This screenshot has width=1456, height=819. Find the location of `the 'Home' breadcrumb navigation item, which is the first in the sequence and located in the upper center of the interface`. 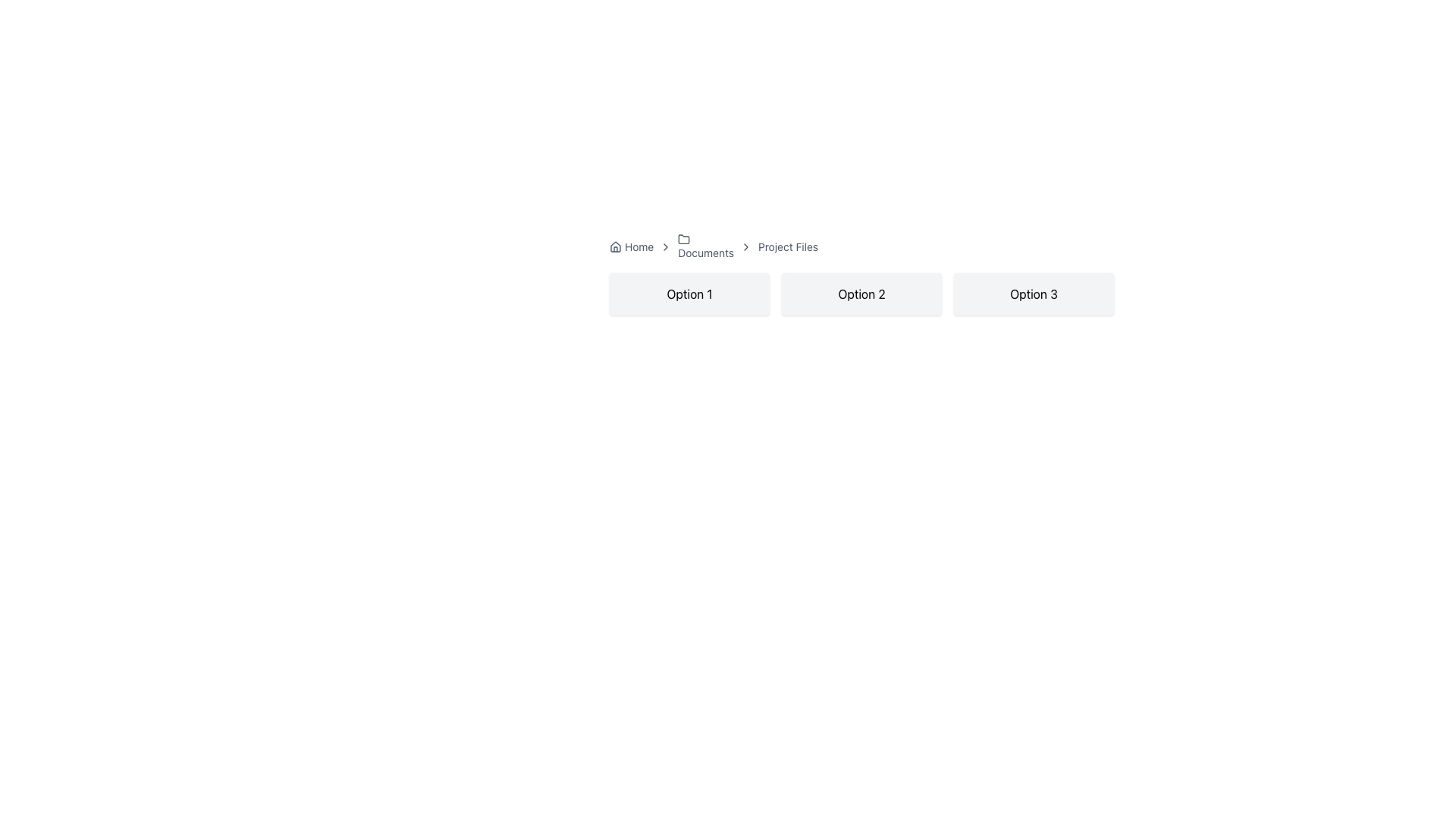

the 'Home' breadcrumb navigation item, which is the first in the sequence and located in the upper center of the interface is located at coordinates (632, 246).